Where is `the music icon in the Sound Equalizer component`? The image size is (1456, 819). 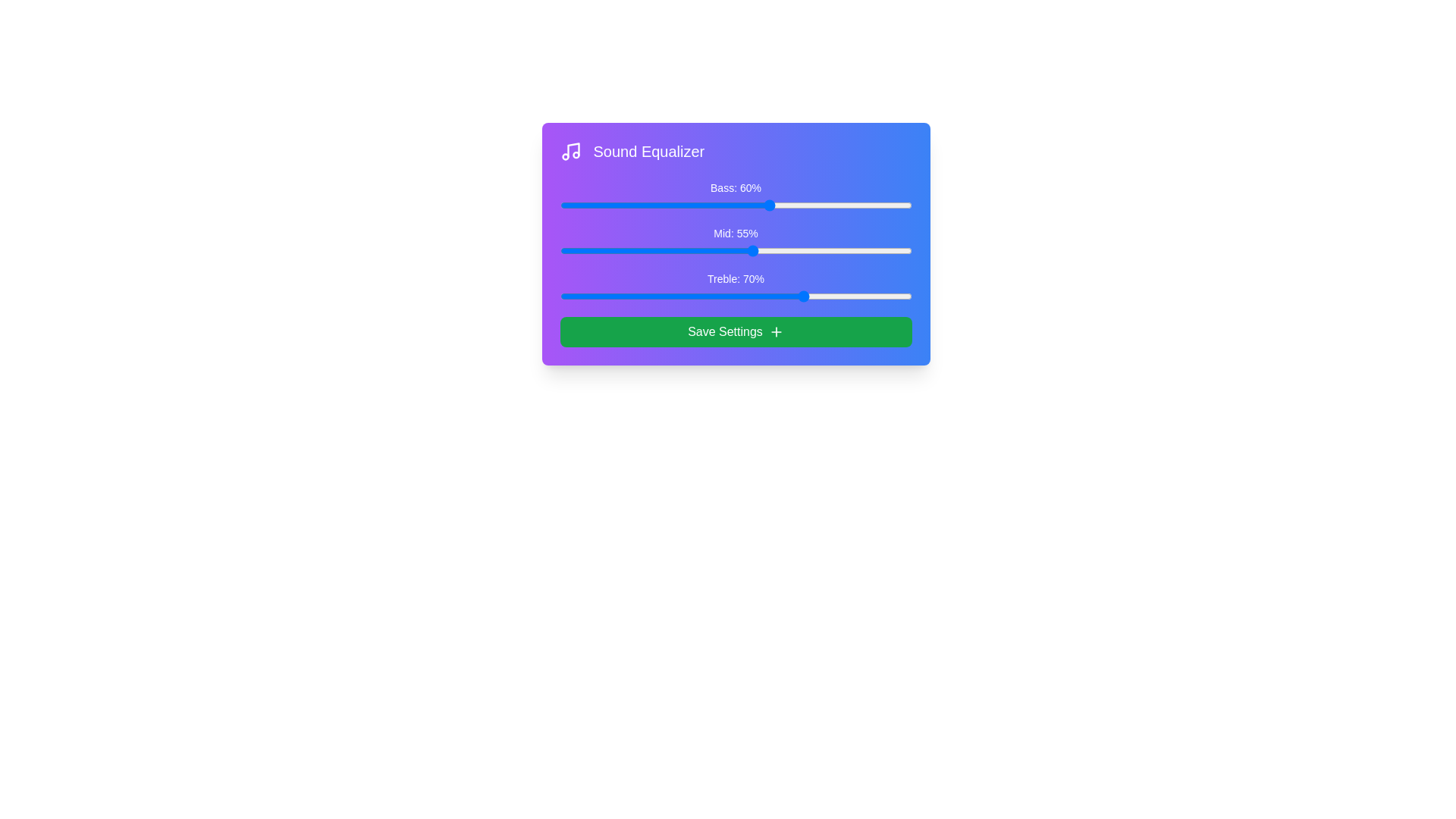
the music icon in the Sound Equalizer component is located at coordinates (570, 152).